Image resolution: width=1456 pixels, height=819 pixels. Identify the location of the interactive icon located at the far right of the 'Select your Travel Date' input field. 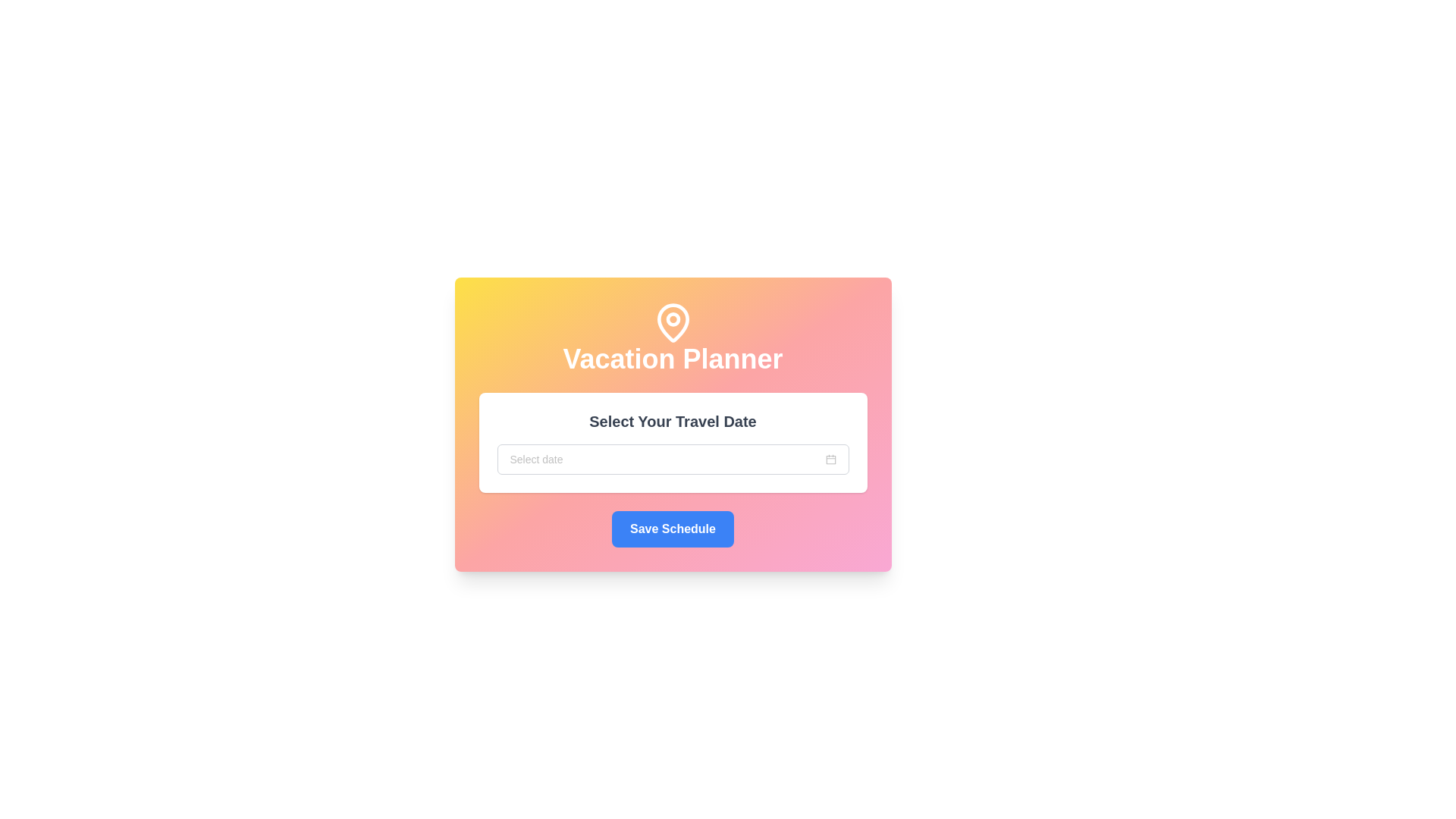
(830, 458).